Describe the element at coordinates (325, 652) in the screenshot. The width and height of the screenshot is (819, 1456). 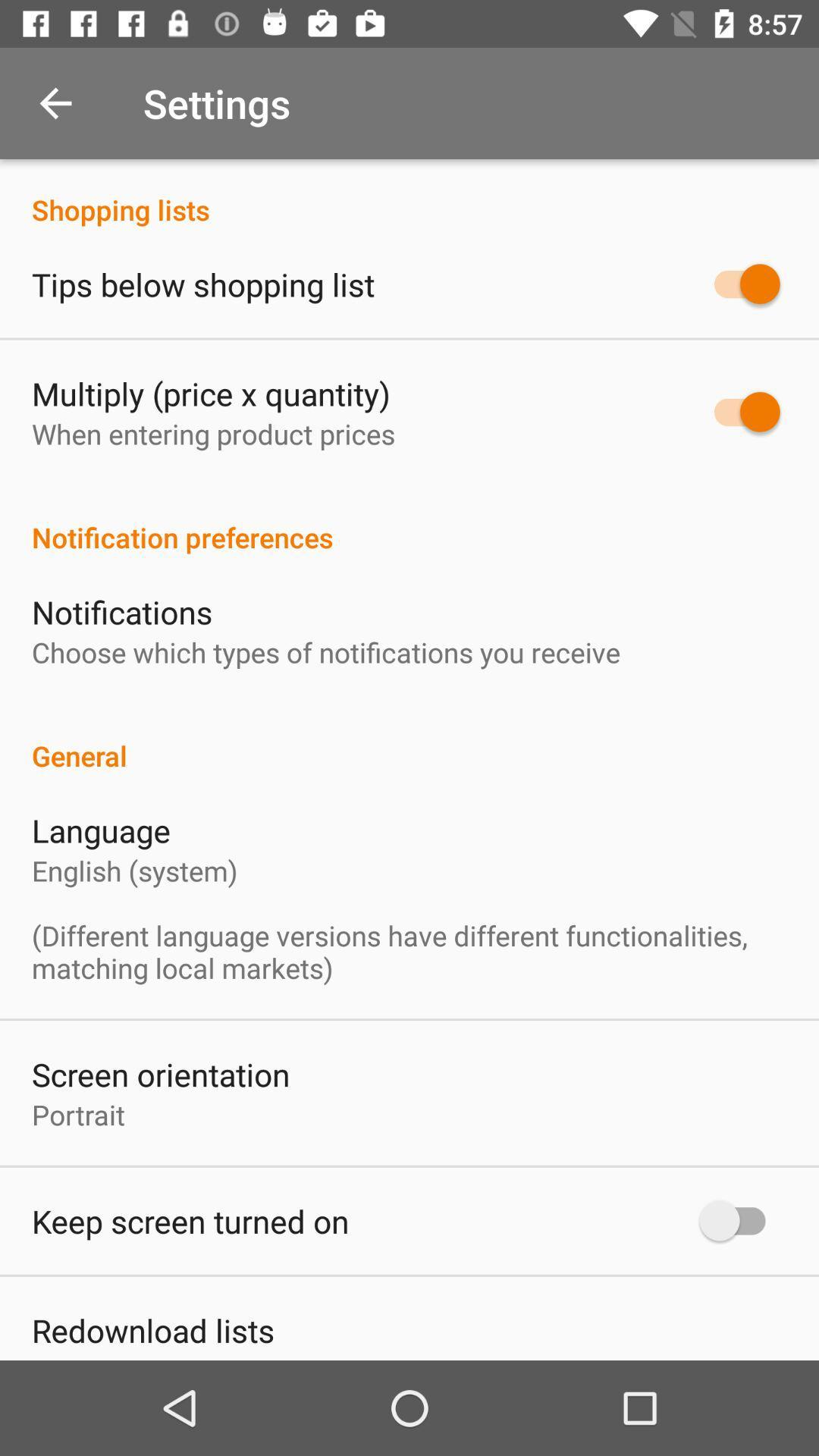
I see `the item below the notifications item` at that location.